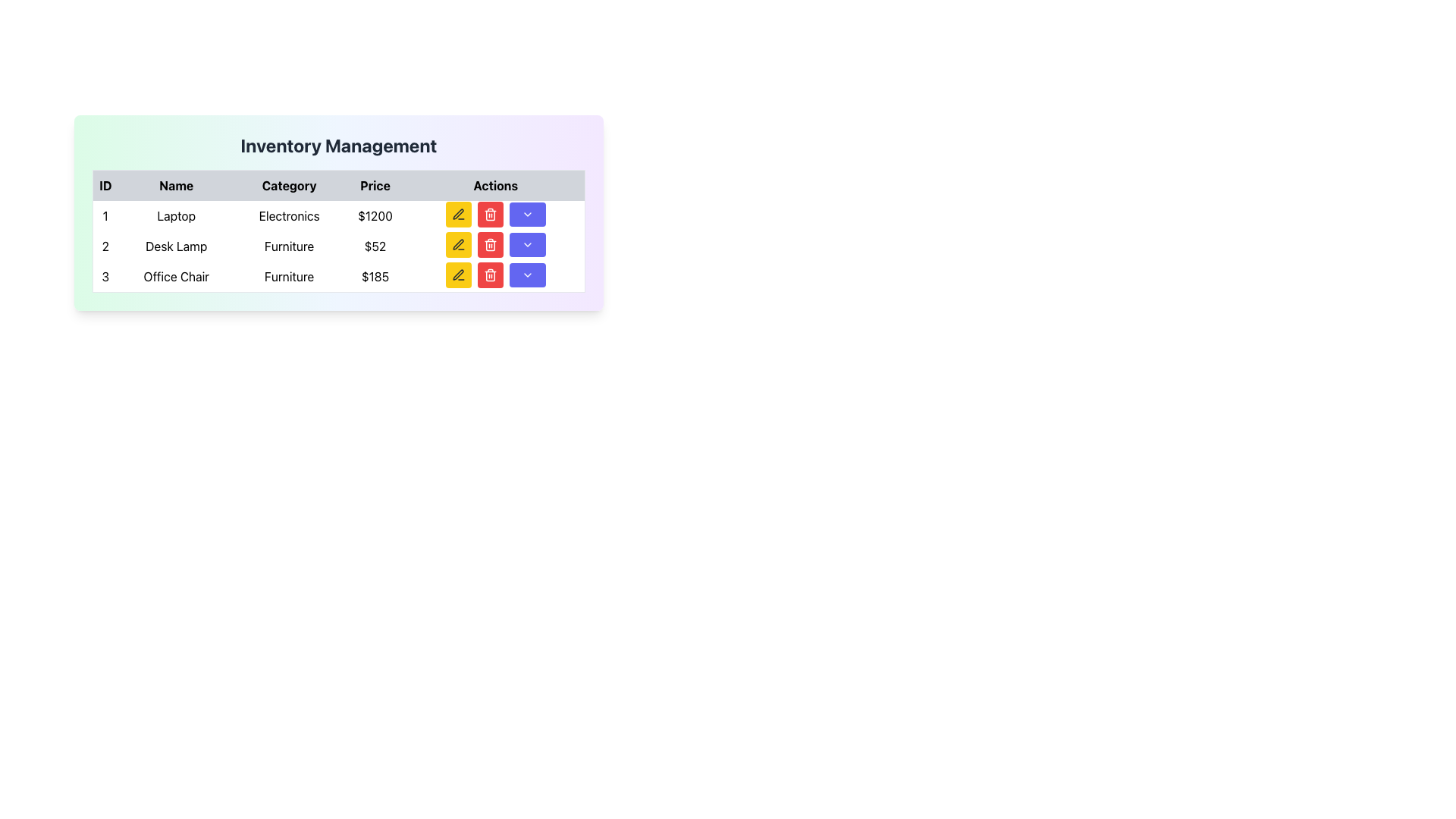 This screenshot has height=819, width=1456. What do you see at coordinates (375, 245) in the screenshot?
I see `displayed static text showing the price '$52' for the 'Desk Lamp' item, located in the fourth column of the second row under the 'Price' column` at bounding box center [375, 245].